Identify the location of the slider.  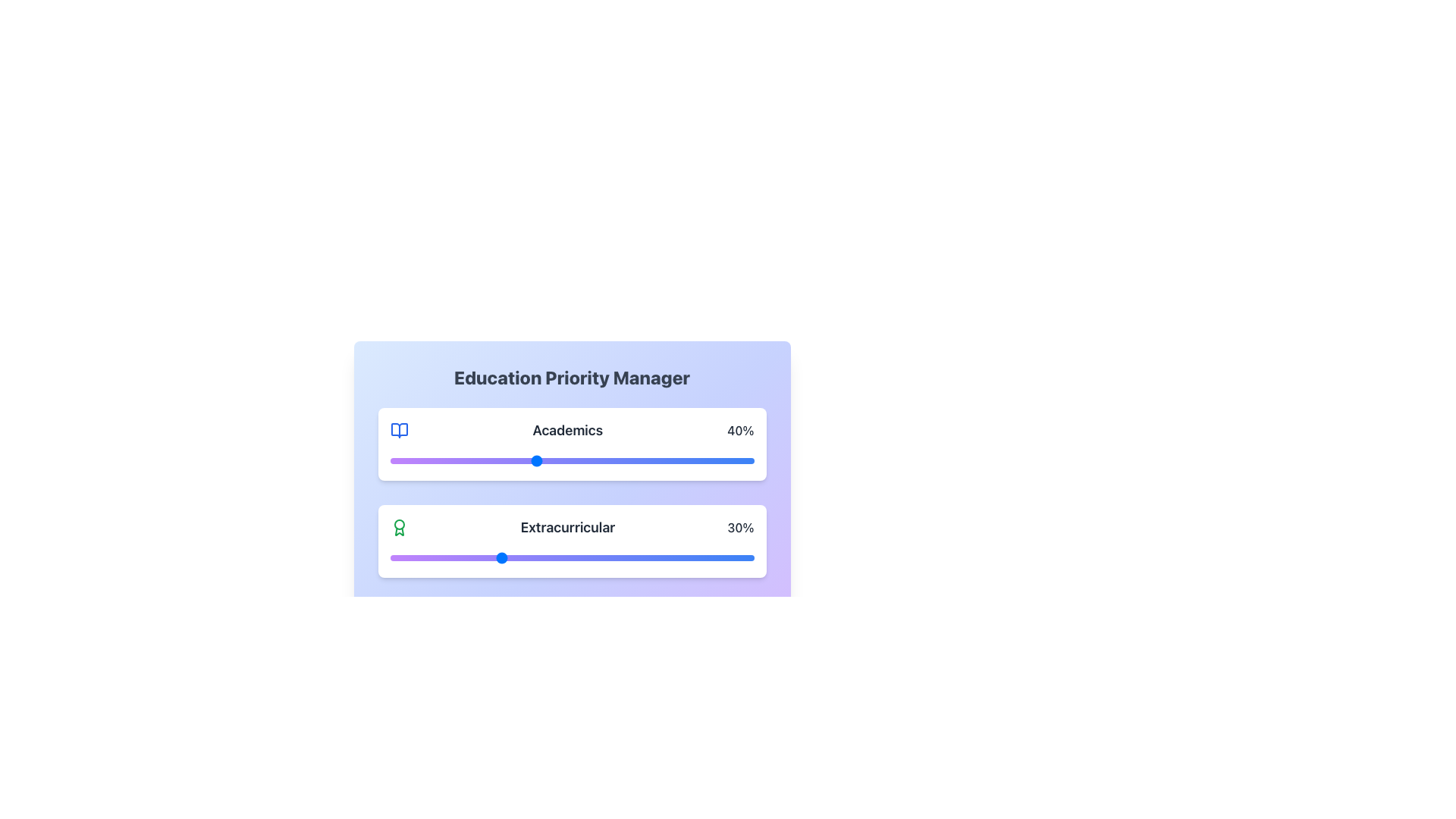
(630, 558).